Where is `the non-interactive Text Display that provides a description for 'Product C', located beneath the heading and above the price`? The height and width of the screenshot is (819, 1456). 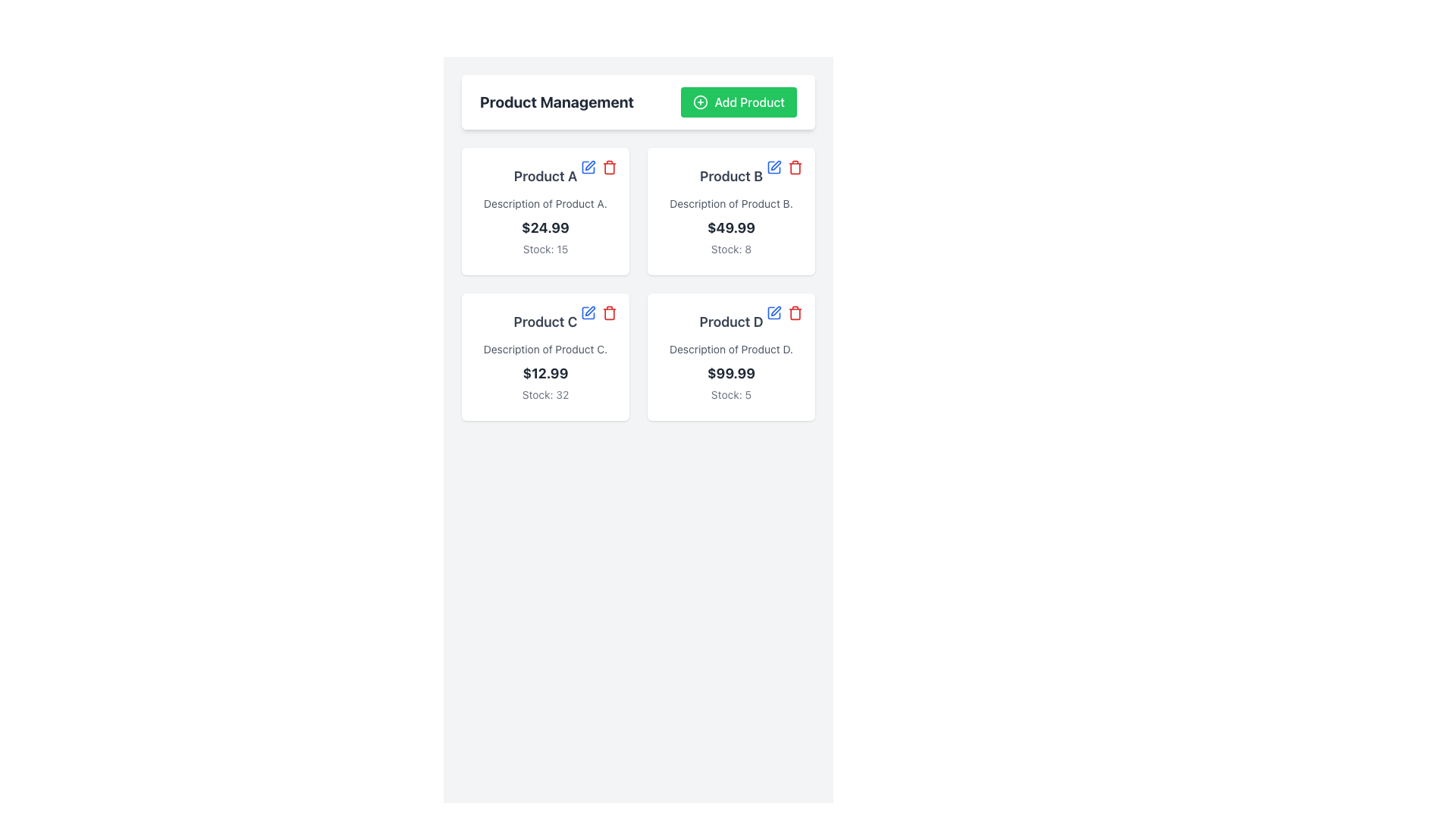
the non-interactive Text Display that provides a description for 'Product C', located beneath the heading and above the price is located at coordinates (545, 350).